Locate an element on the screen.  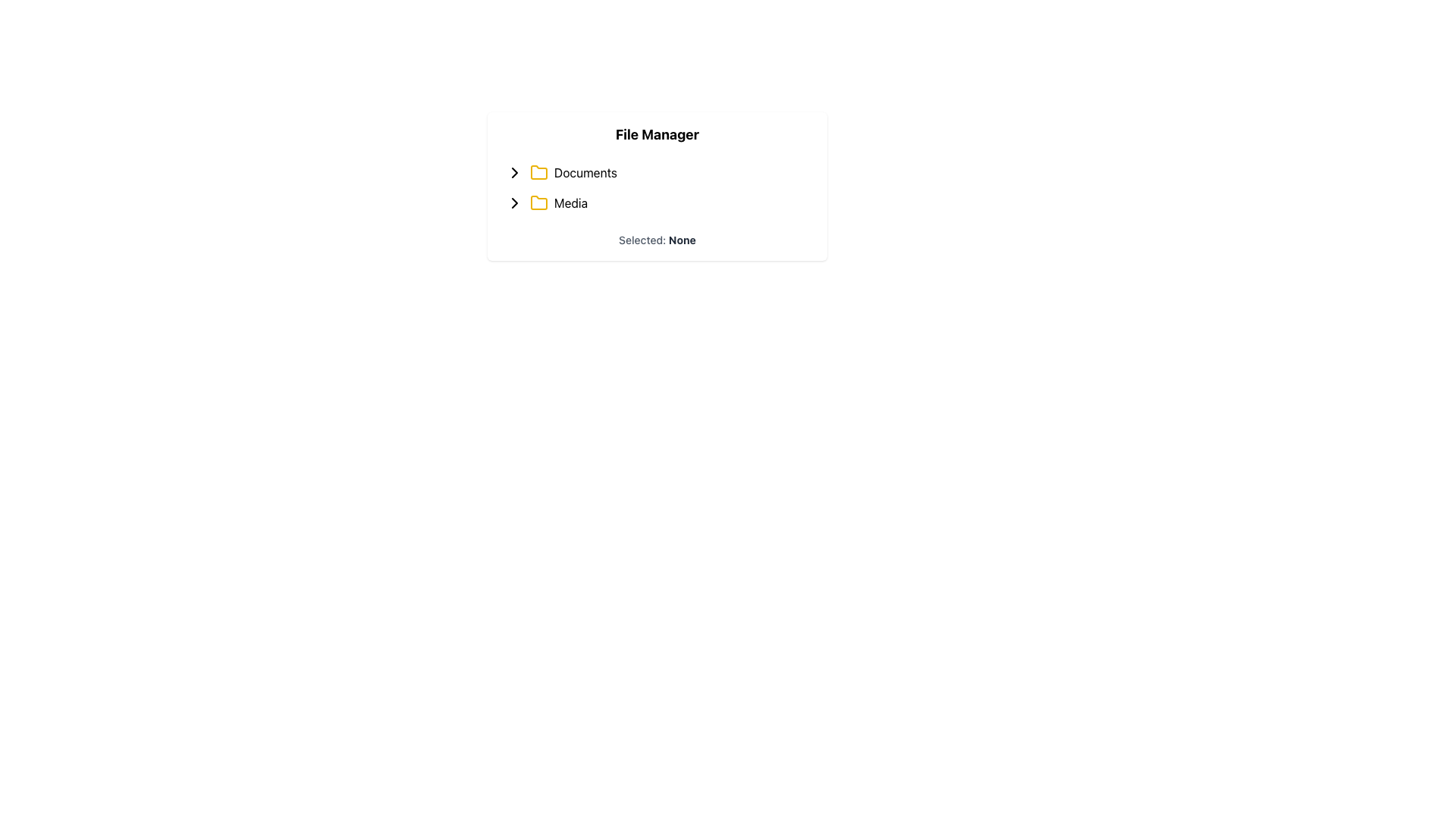
the arrow icon that indicates expandable content in the tree view next to the 'Documents' text is located at coordinates (514, 171).